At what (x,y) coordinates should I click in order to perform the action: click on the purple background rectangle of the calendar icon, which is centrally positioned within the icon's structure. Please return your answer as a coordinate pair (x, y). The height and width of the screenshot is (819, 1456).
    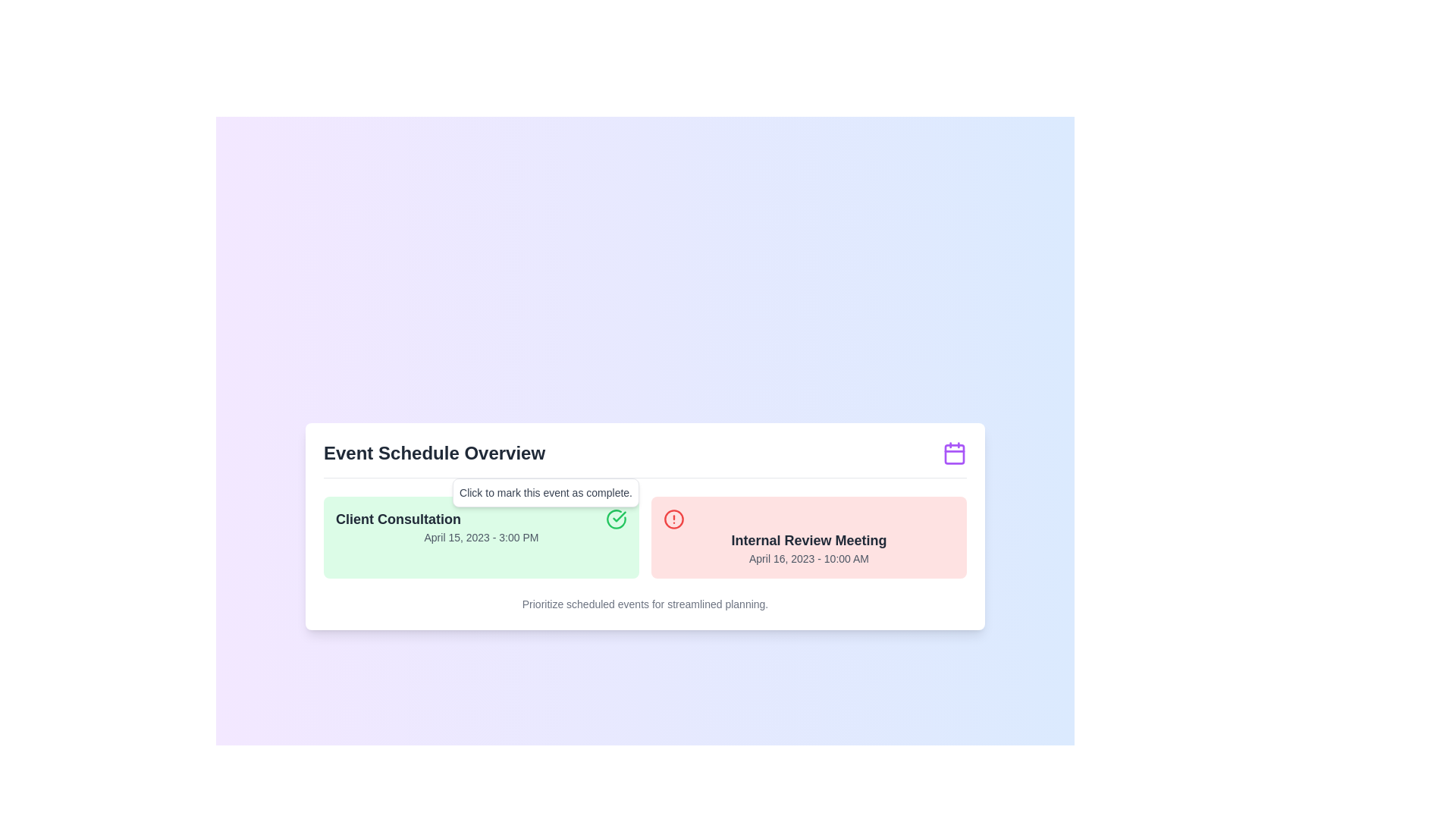
    Looking at the image, I should click on (953, 452).